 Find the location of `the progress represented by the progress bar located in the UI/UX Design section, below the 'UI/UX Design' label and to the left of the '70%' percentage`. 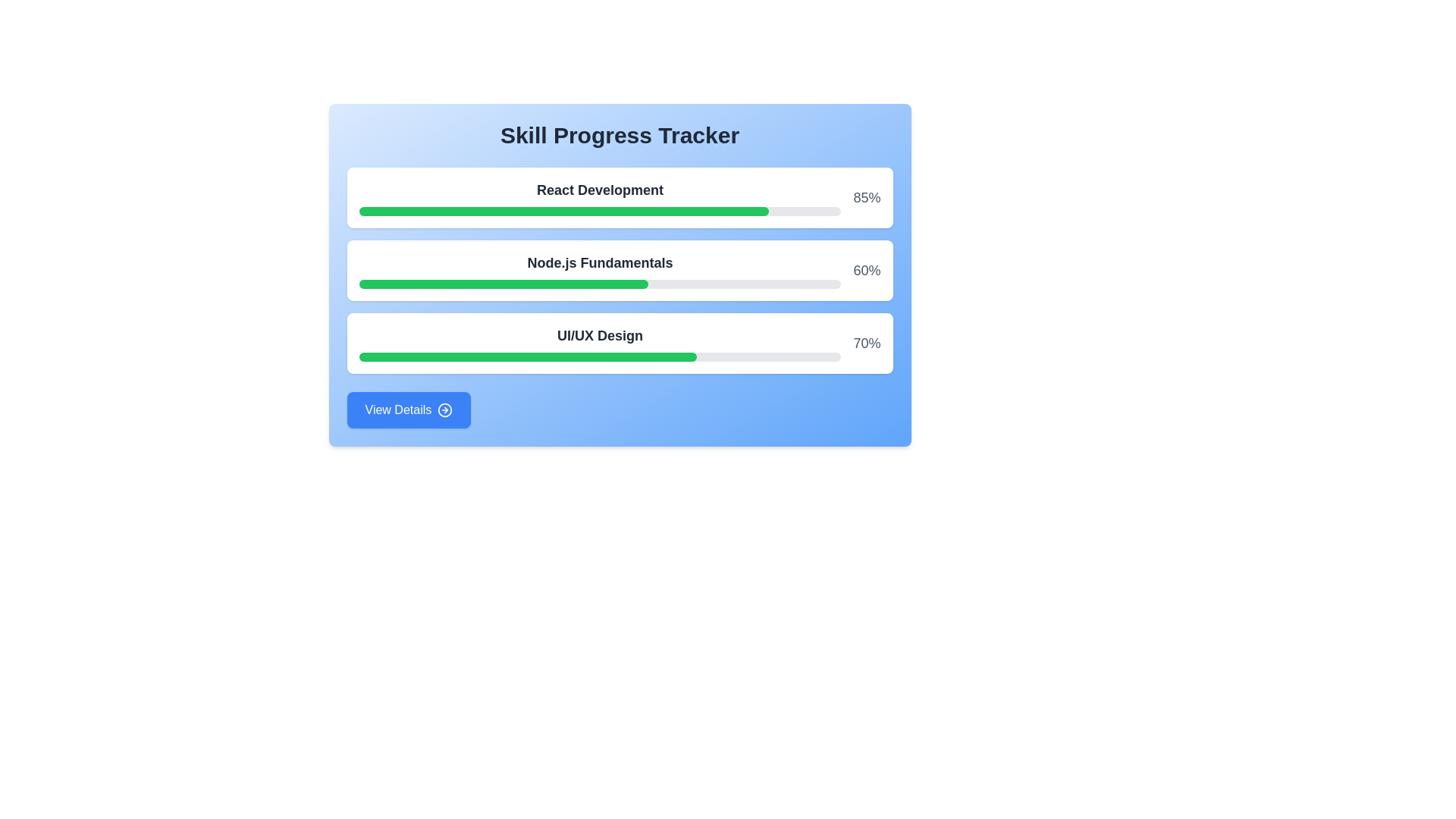

the progress represented by the progress bar located in the UI/UX Design section, below the 'UI/UX Design' label and to the left of the '70%' percentage is located at coordinates (599, 356).